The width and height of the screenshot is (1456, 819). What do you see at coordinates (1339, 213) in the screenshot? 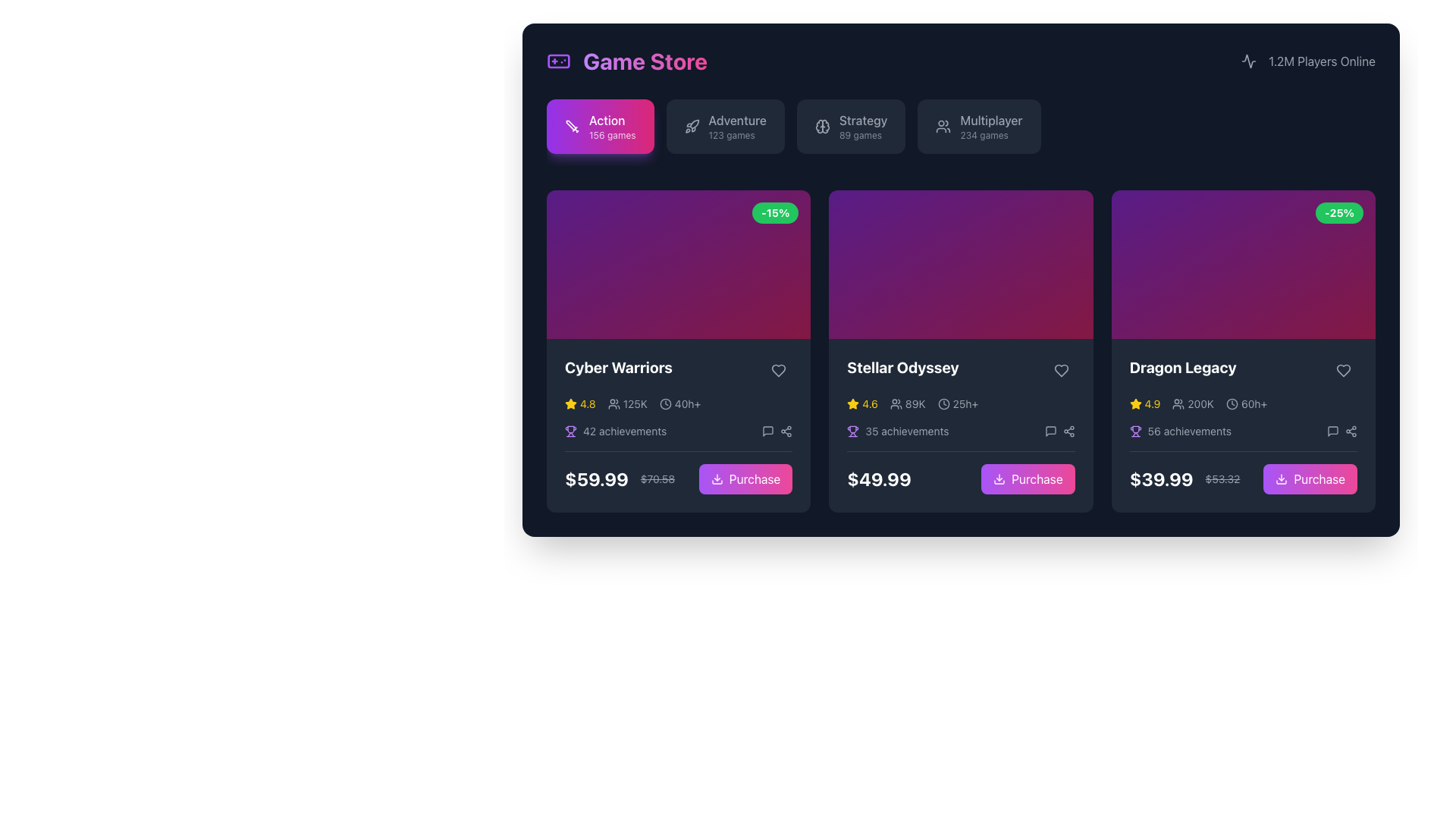
I see `the 25% discount badge located at the top-right corner of the 'Dragon Legacy' product card` at bounding box center [1339, 213].